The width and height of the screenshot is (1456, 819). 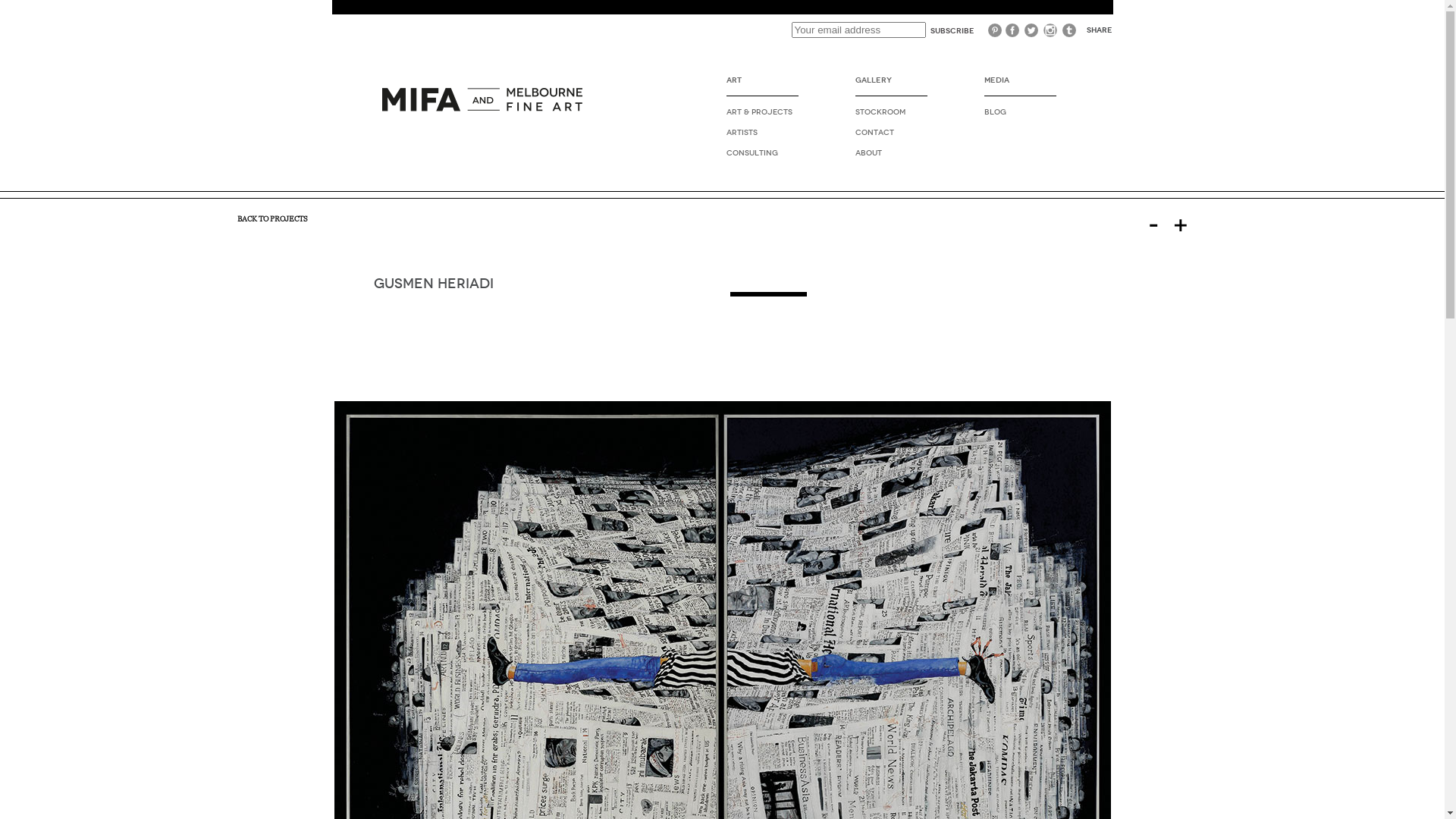 What do you see at coordinates (762, 152) in the screenshot?
I see `'CONSULTING'` at bounding box center [762, 152].